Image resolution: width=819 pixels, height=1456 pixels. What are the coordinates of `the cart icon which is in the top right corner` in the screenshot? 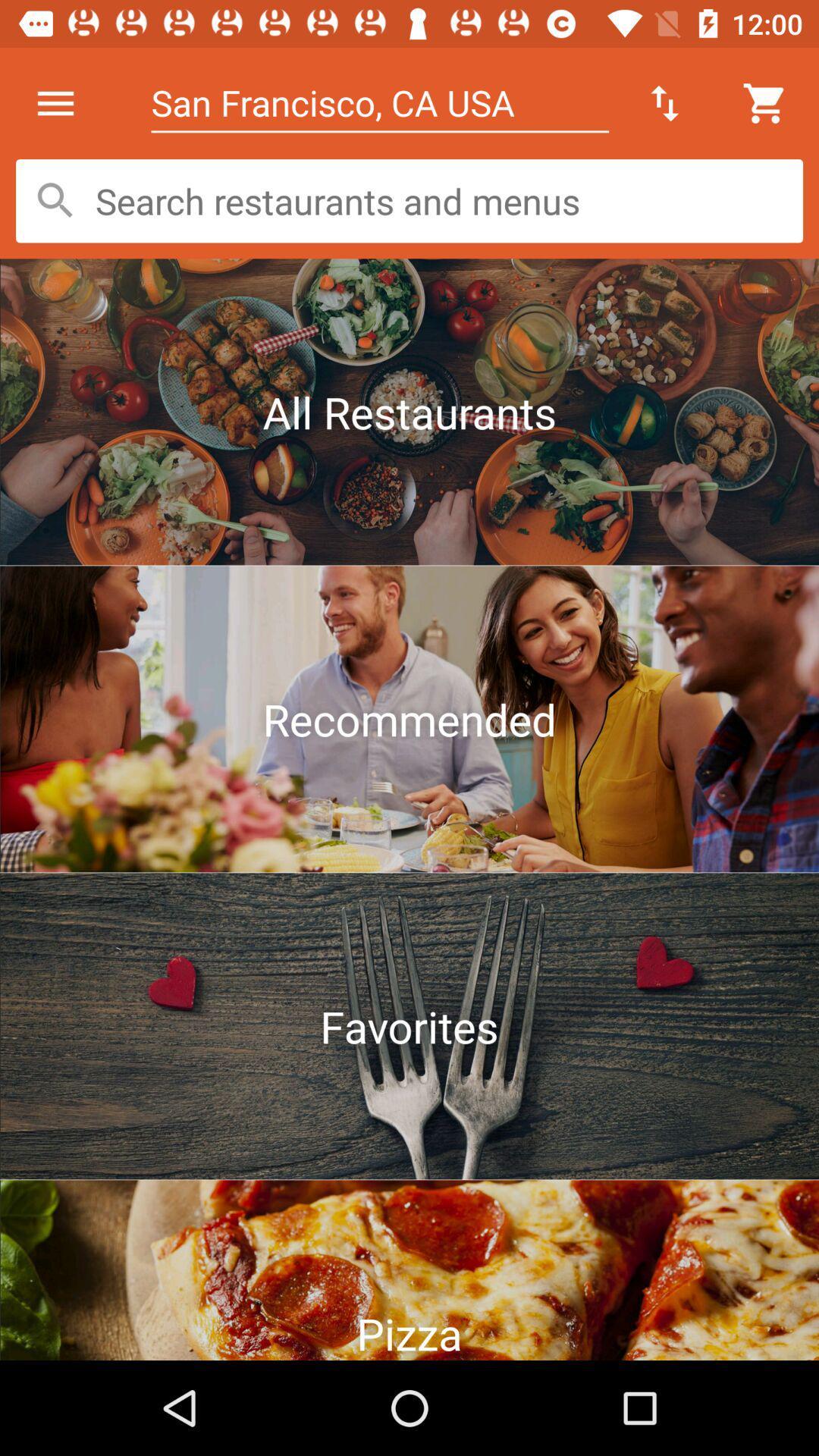 It's located at (765, 102).